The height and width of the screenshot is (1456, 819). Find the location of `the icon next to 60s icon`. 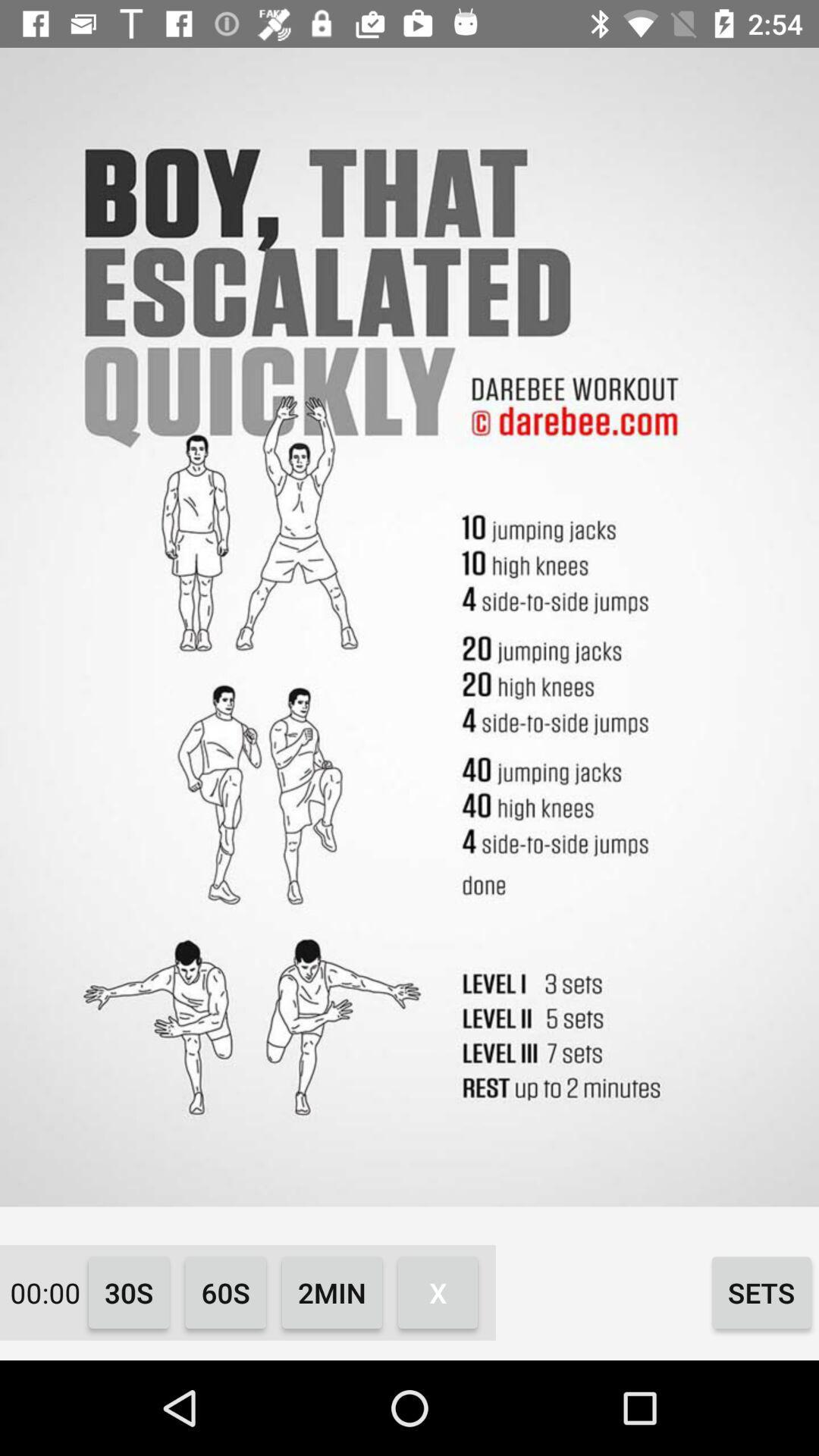

the icon next to 60s icon is located at coordinates (331, 1291).